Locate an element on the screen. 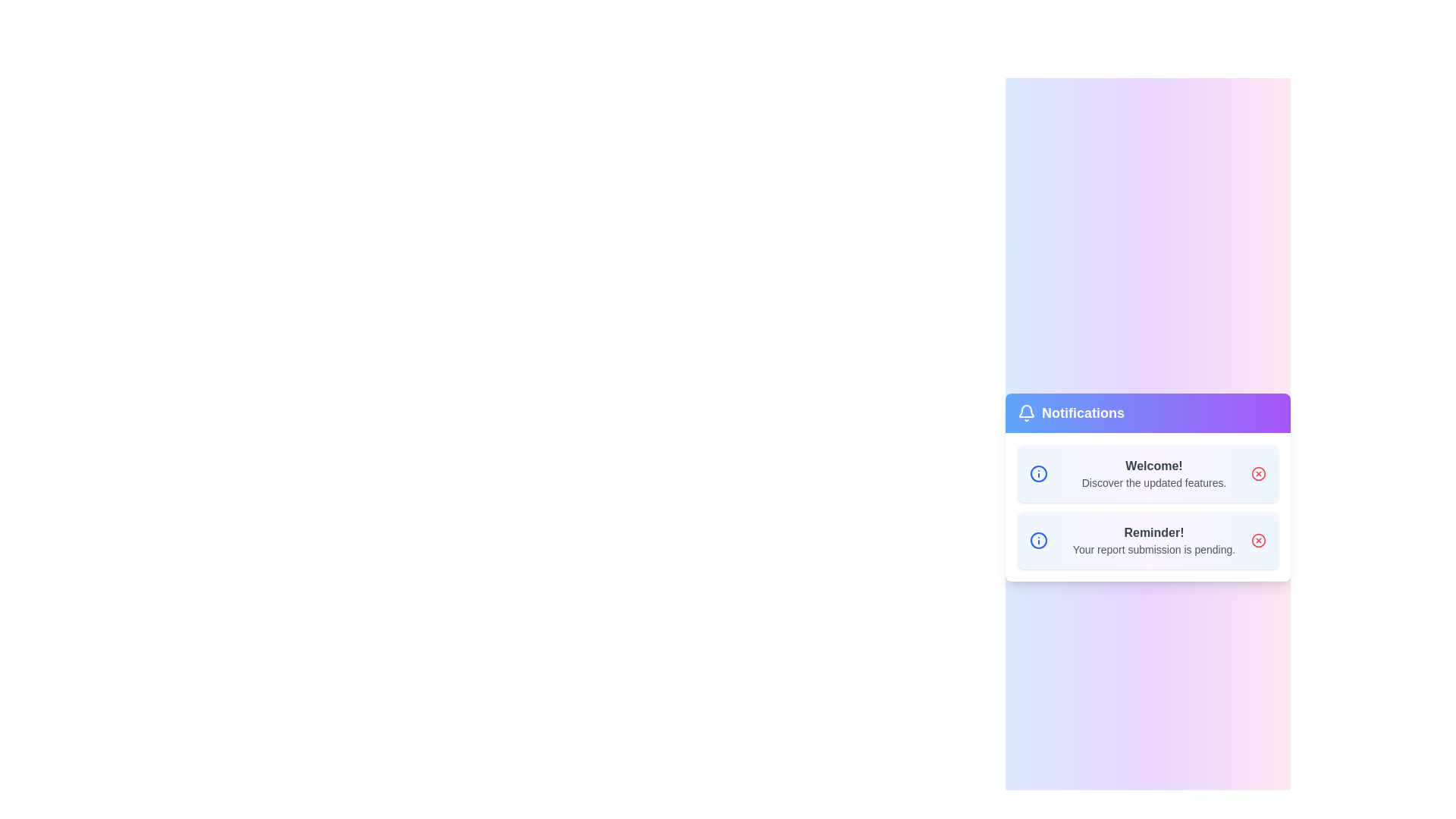 The image size is (1456, 819). the notification text block reminding the user to submit a report, which is the second notification in the list of notifications is located at coordinates (1153, 540).